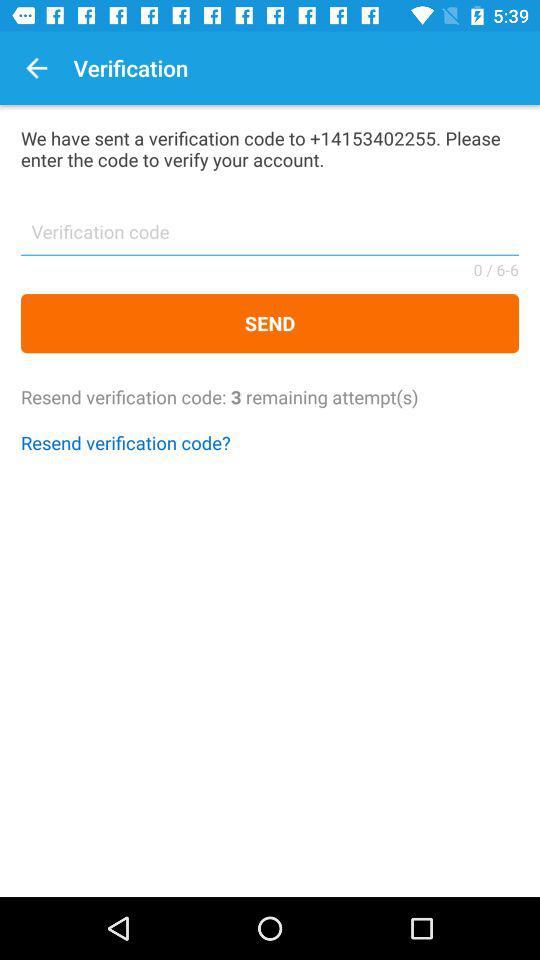 The width and height of the screenshot is (540, 960). What do you see at coordinates (270, 238) in the screenshot?
I see `icon above send icon` at bounding box center [270, 238].